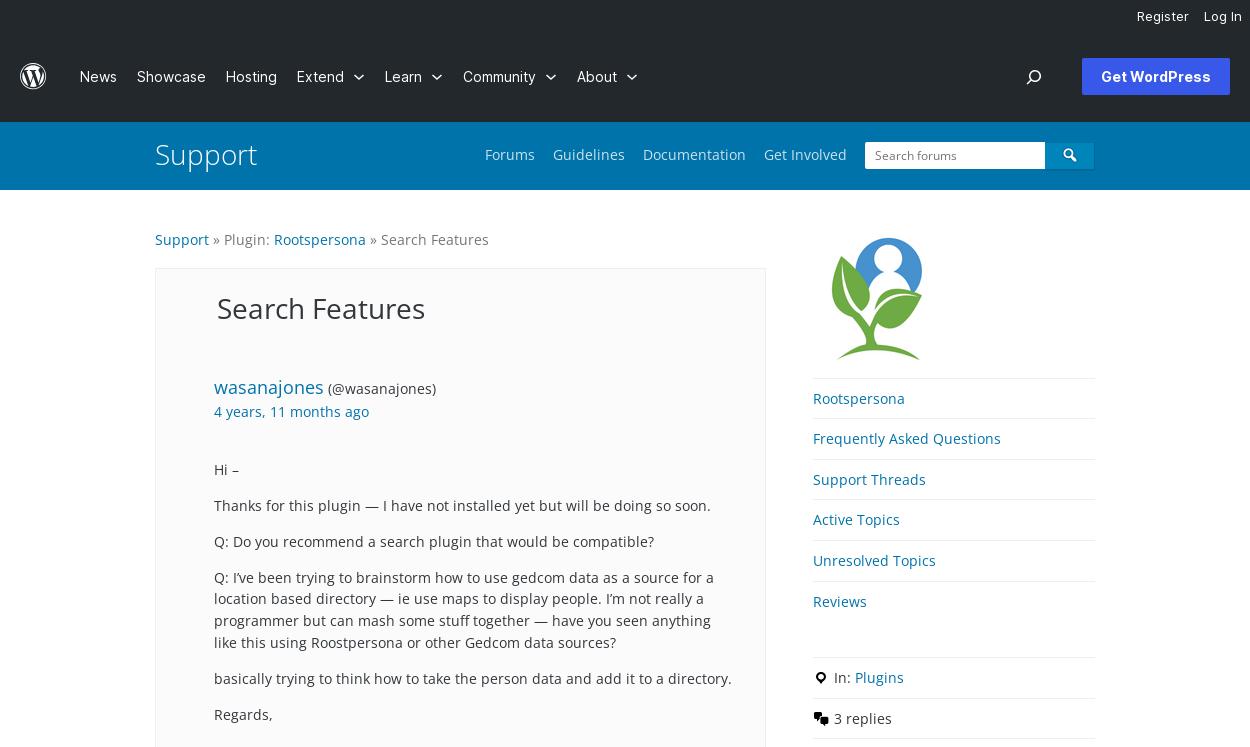 This screenshot has height=747, width=1250. I want to click on 'Hosting', so click(251, 75).